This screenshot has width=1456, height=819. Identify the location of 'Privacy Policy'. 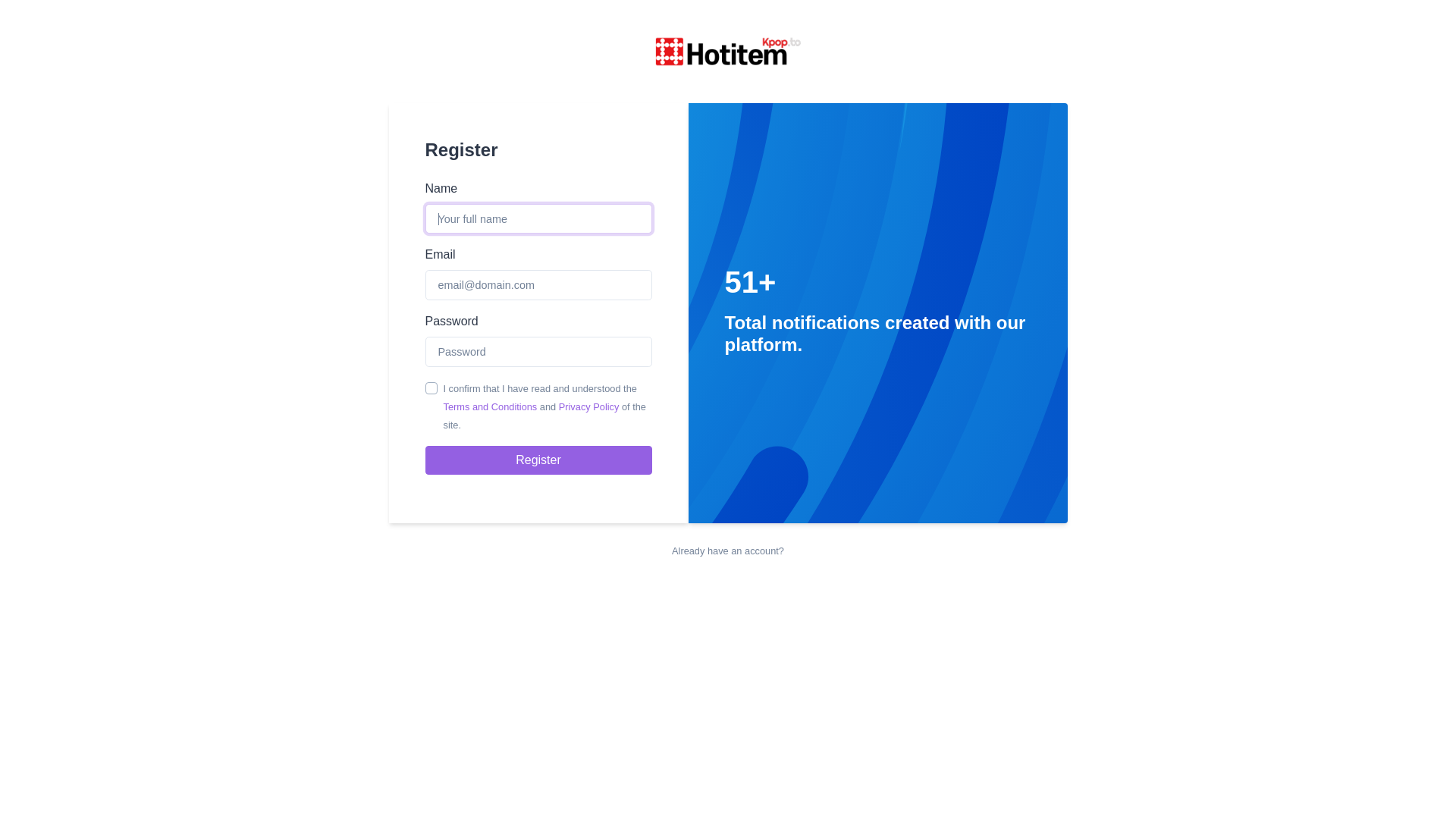
(588, 406).